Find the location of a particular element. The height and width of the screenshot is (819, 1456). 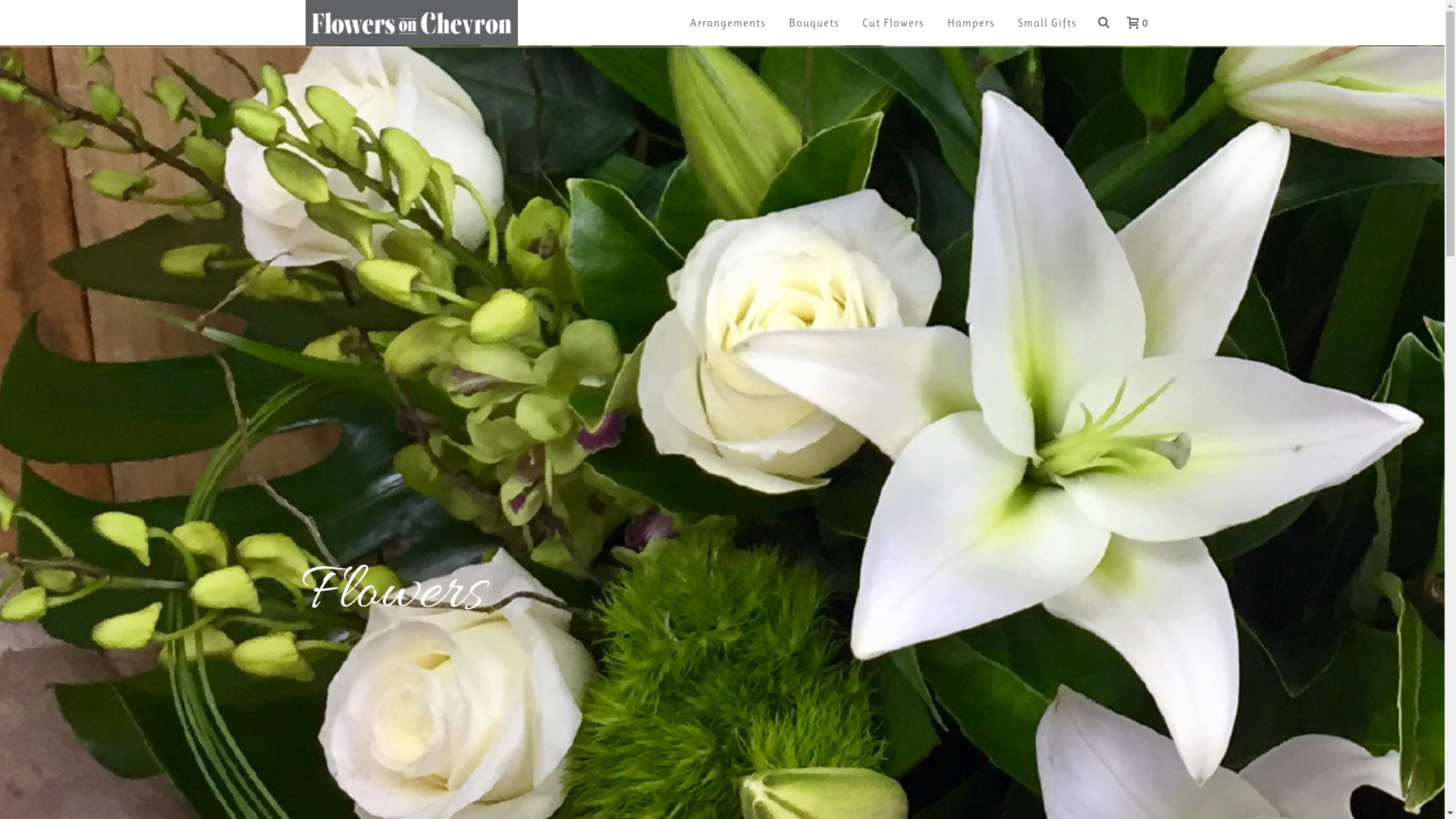

'Bouquets' is located at coordinates (777, 23).